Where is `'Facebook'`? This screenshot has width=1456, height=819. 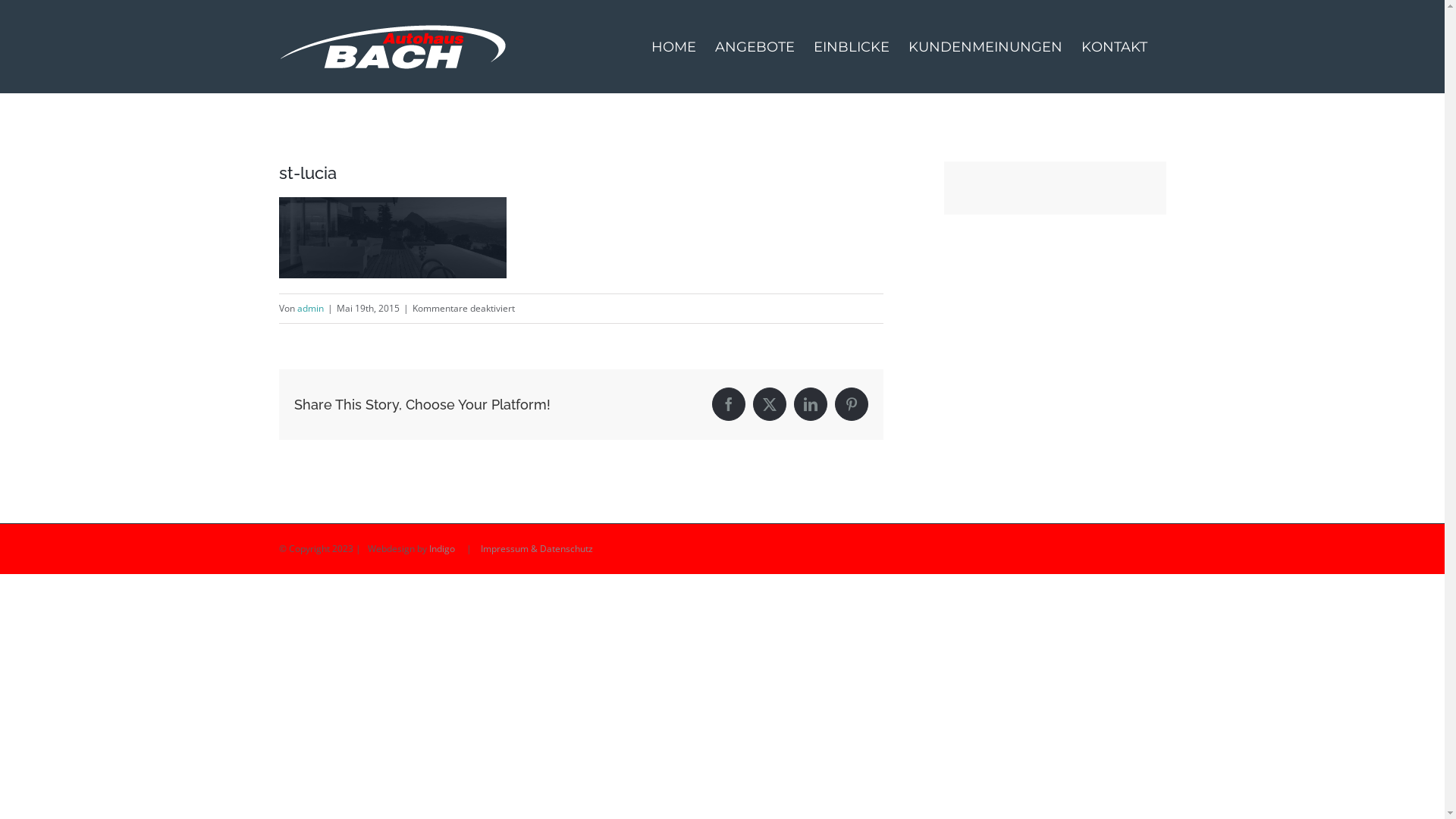 'Facebook' is located at coordinates (728, 403).